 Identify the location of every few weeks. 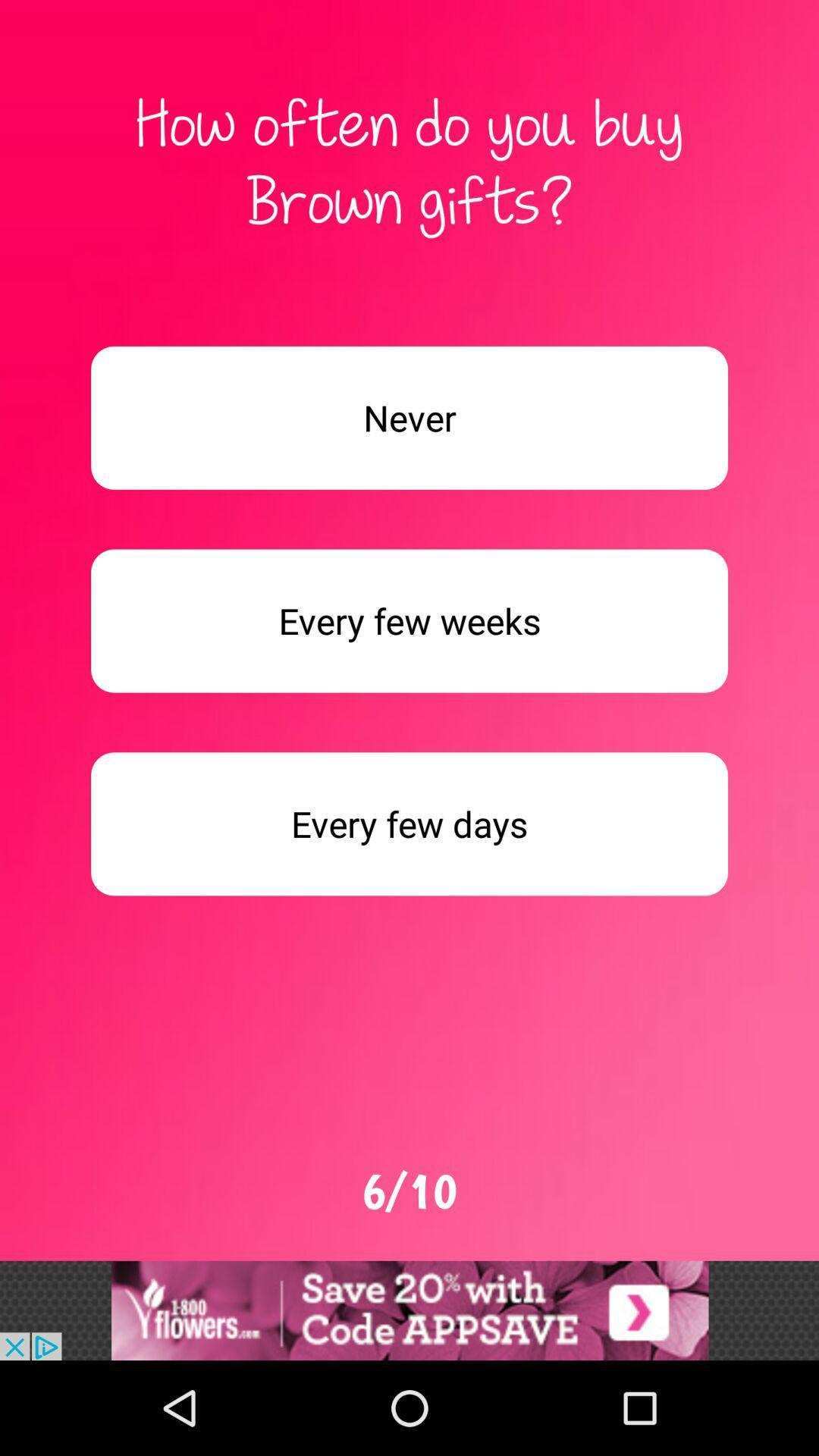
(409, 621).